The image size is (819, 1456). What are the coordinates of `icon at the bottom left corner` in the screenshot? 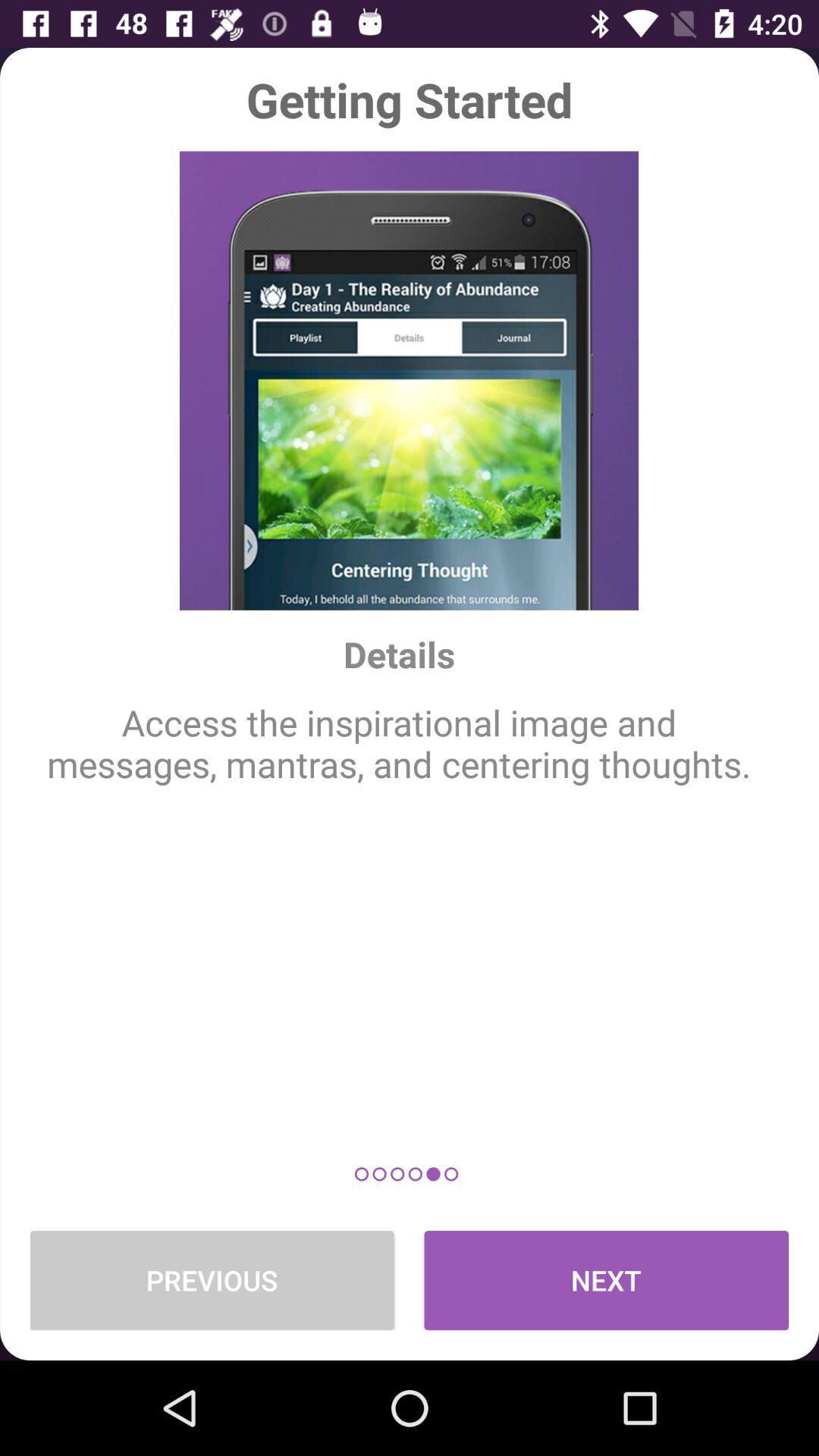 It's located at (212, 1279).